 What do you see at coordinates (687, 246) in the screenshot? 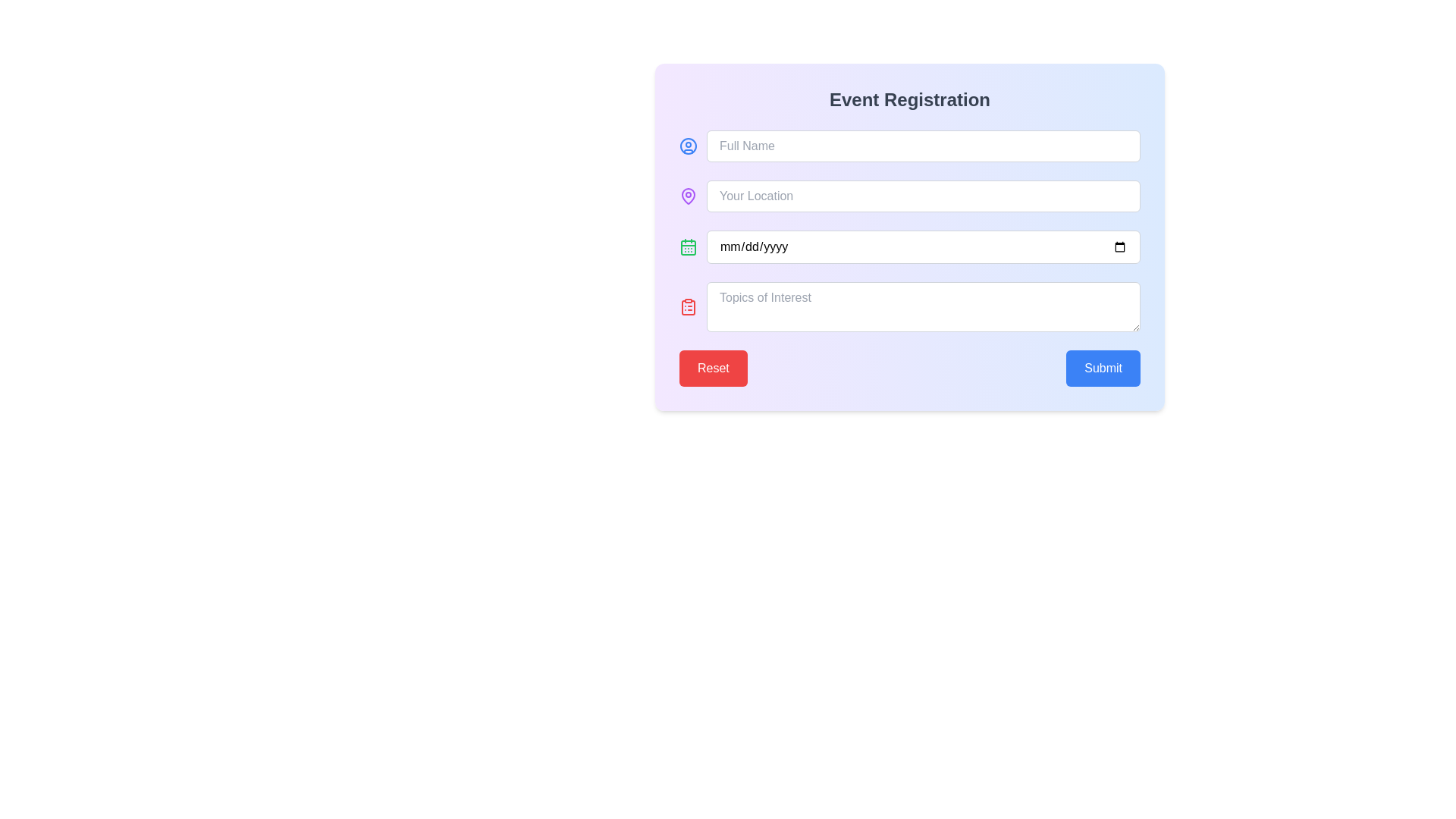
I see `the SVG-based icon located to the immediate left of the date input field labeled 'mm/dd/yyyy' in the 'Event Registration' form to read the tooltip` at bounding box center [687, 246].